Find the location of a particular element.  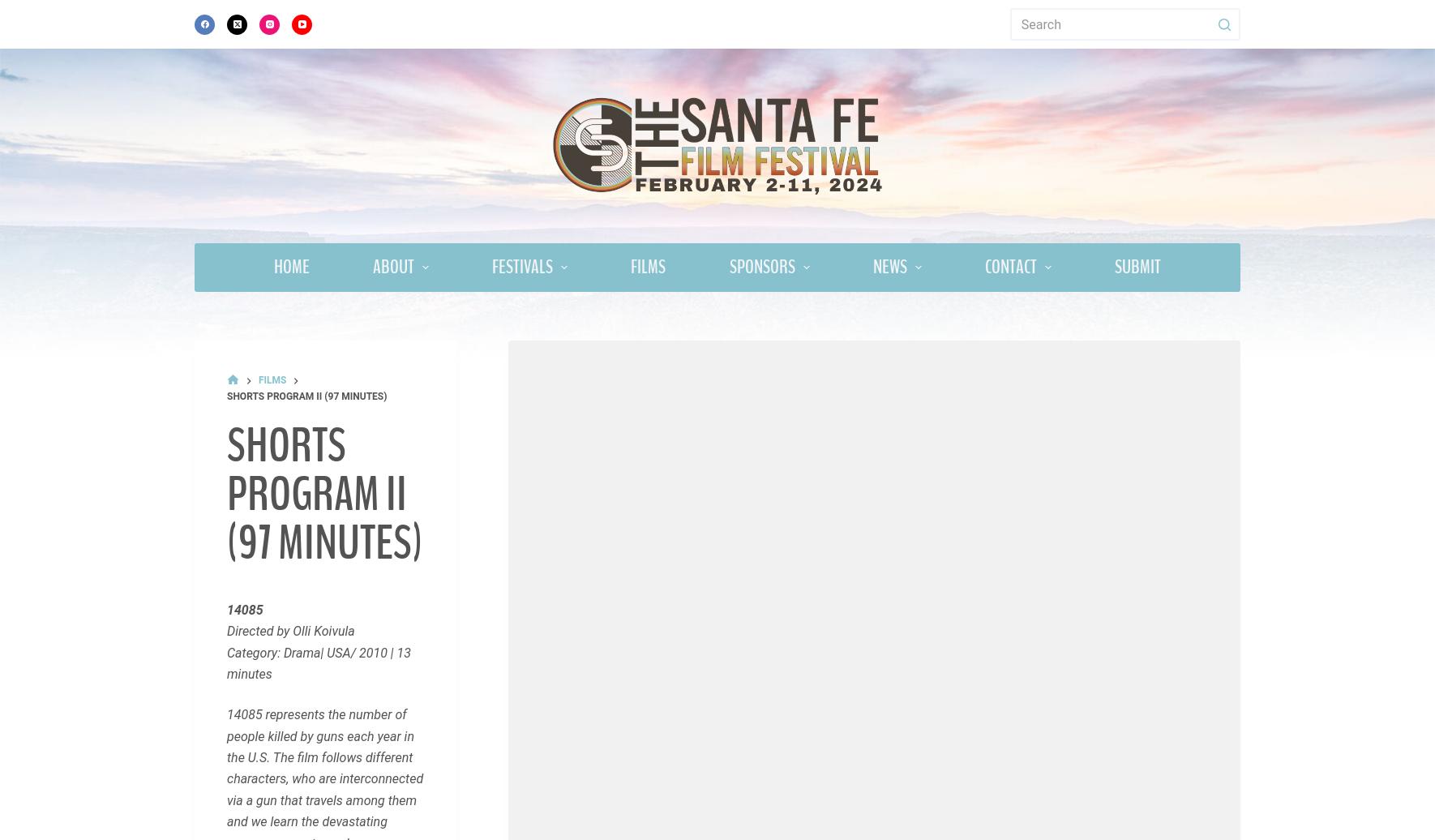

'Required fields are marked' is located at coordinates (287, 758).